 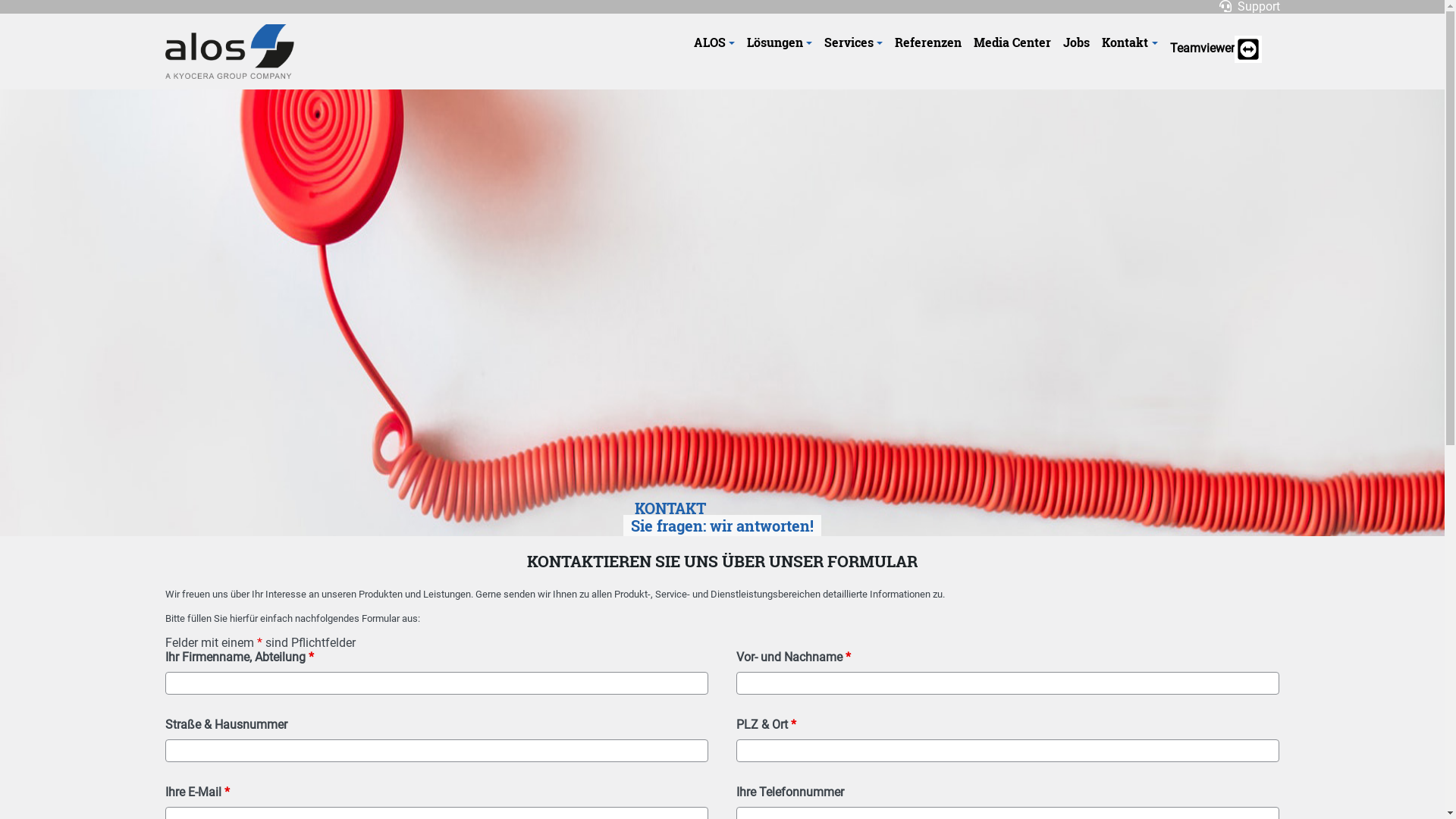 What do you see at coordinates (1012, 42) in the screenshot?
I see `'Media Center'` at bounding box center [1012, 42].